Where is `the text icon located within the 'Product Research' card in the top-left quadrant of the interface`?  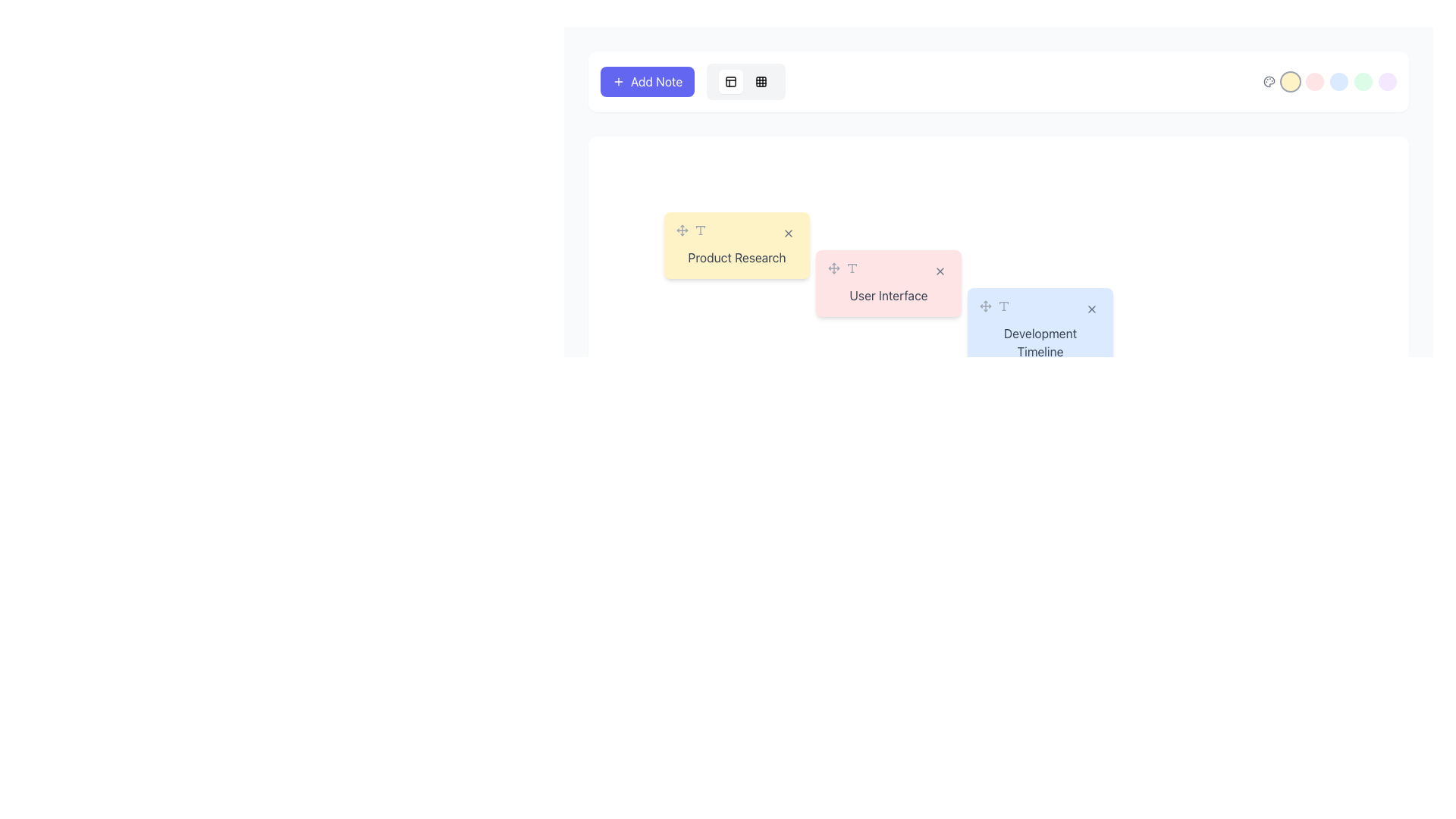 the text icon located within the 'Product Research' card in the top-left quadrant of the interface is located at coordinates (691, 231).